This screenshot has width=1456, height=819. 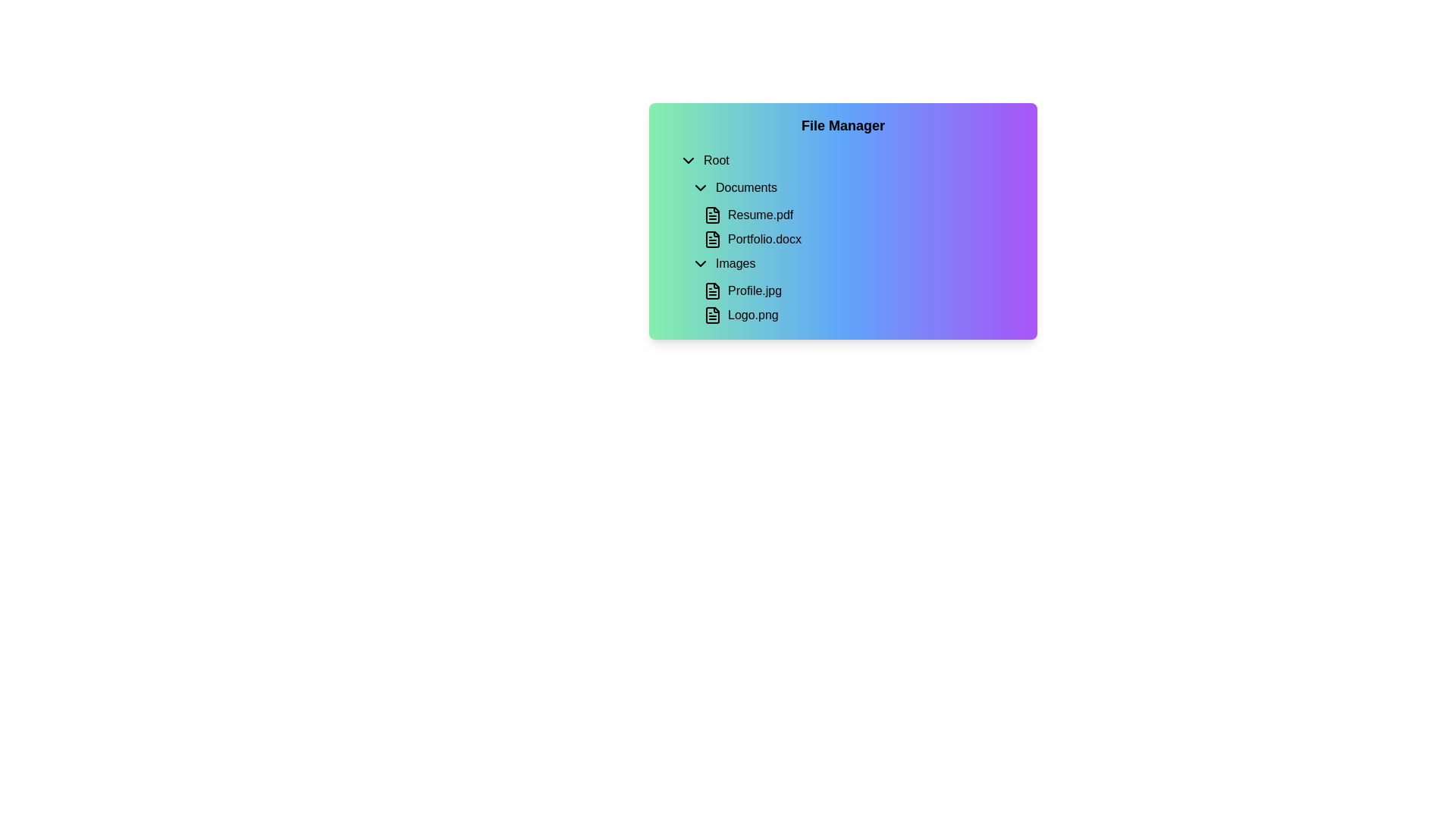 What do you see at coordinates (861, 239) in the screenshot?
I see `the selectable file item in the file manager interface` at bounding box center [861, 239].